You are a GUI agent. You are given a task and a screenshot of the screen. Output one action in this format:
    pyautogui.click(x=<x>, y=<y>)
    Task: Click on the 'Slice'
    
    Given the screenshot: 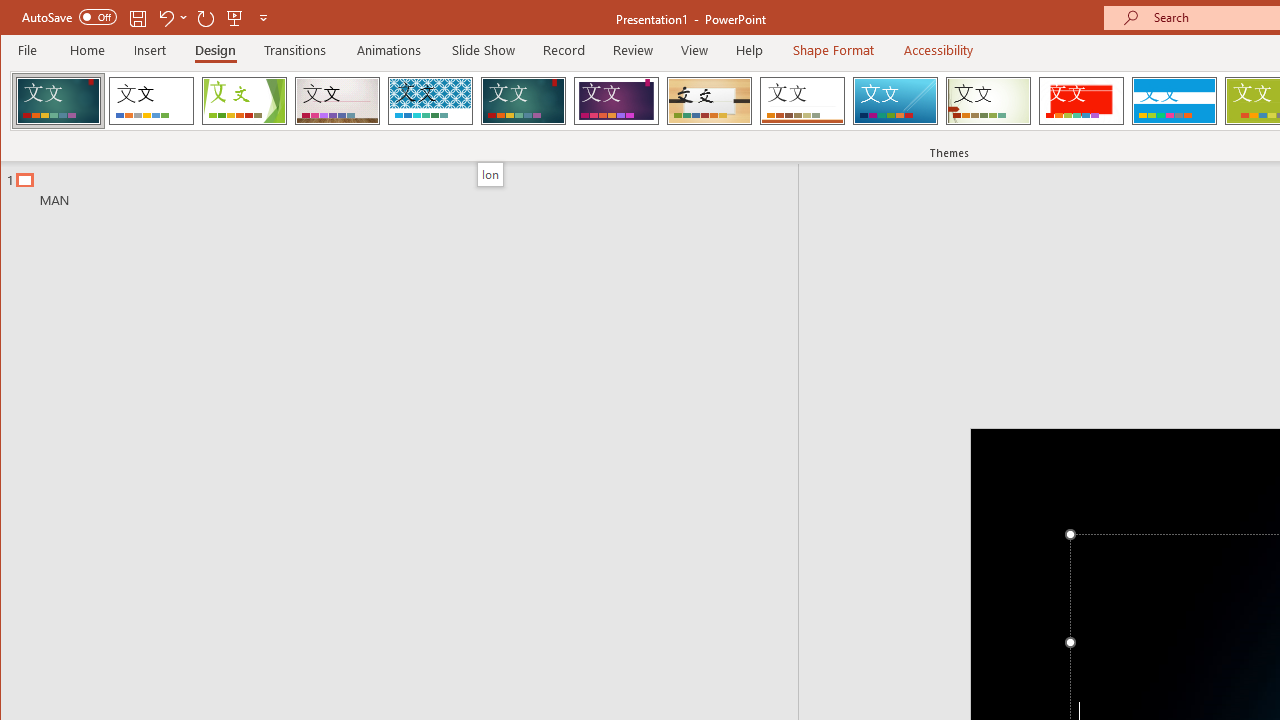 What is the action you would take?
    pyautogui.click(x=894, y=100)
    